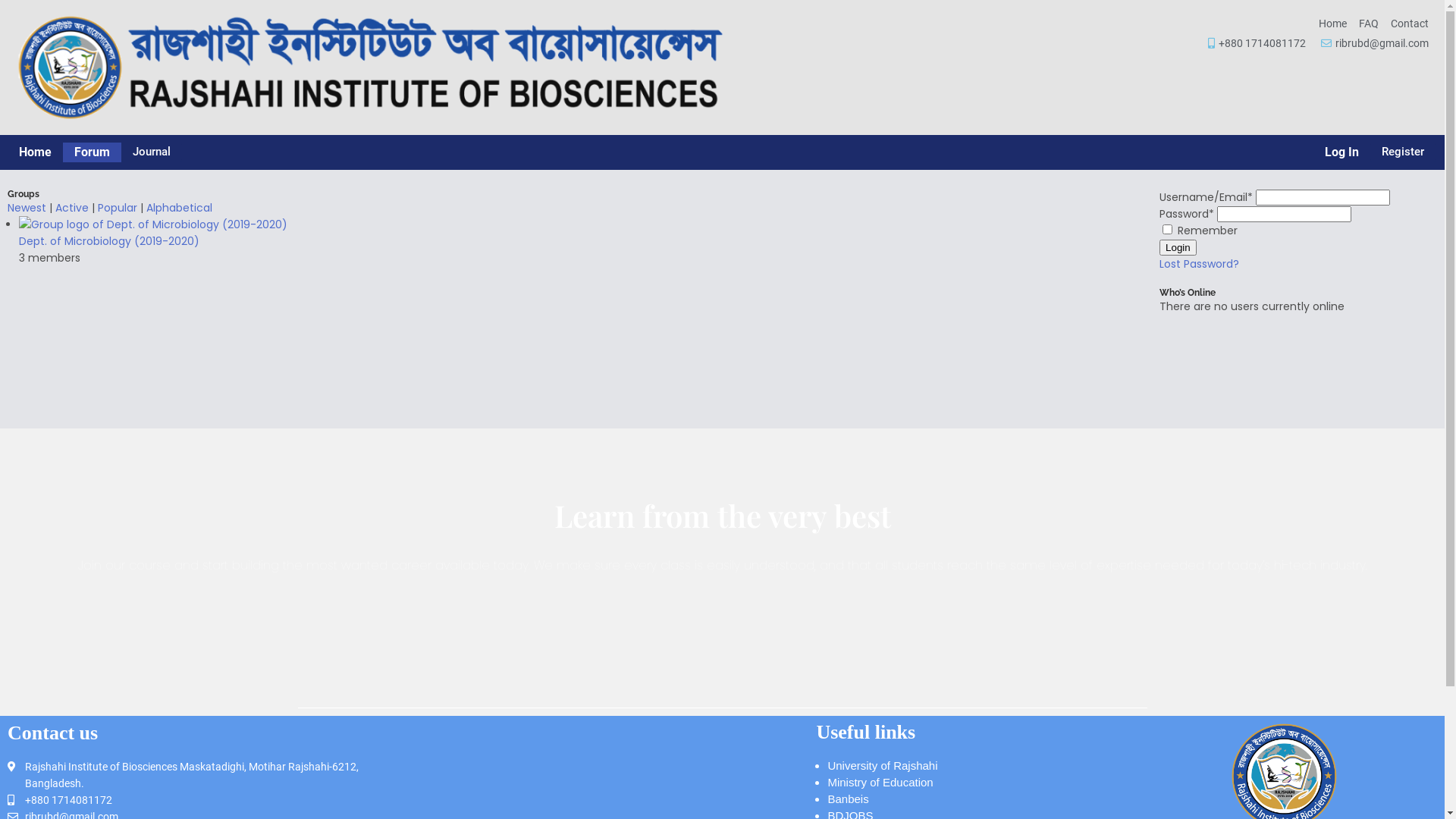  What do you see at coordinates (1408, 23) in the screenshot?
I see `'Contact'` at bounding box center [1408, 23].